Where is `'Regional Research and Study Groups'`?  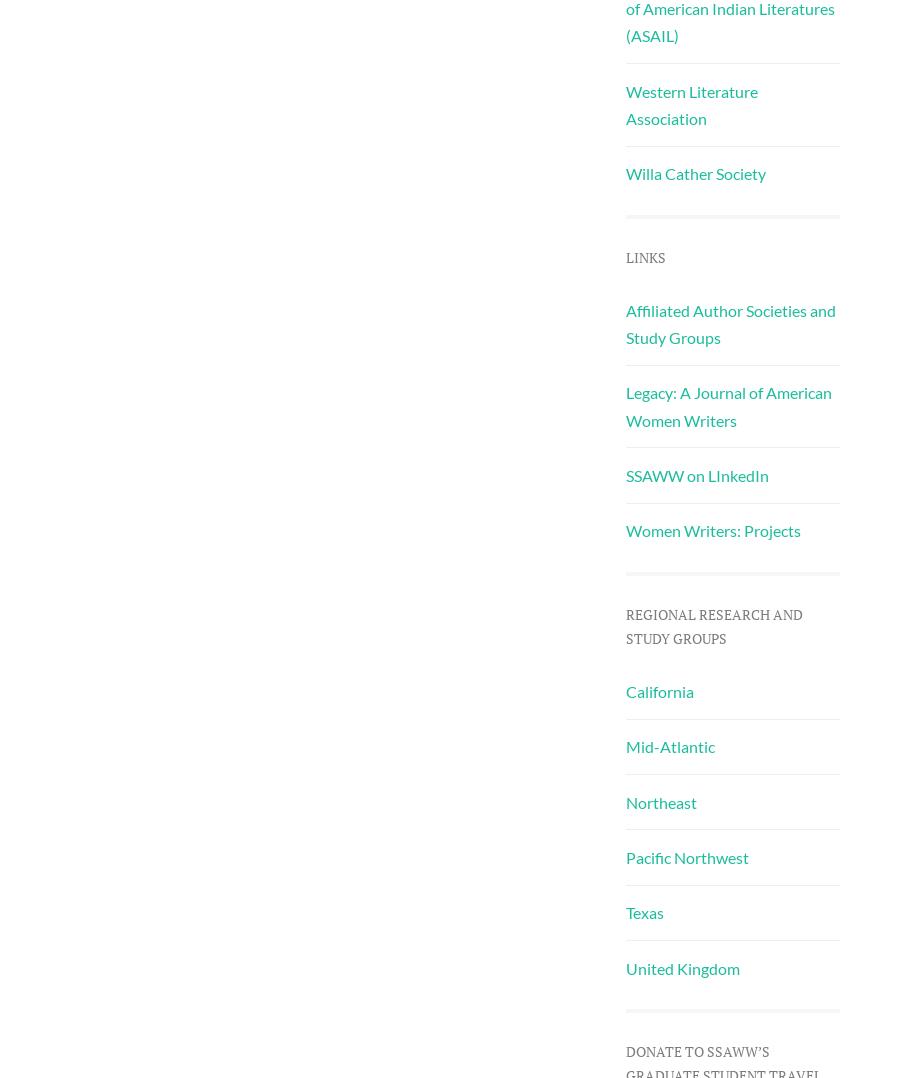 'Regional Research and Study Groups' is located at coordinates (712, 624).